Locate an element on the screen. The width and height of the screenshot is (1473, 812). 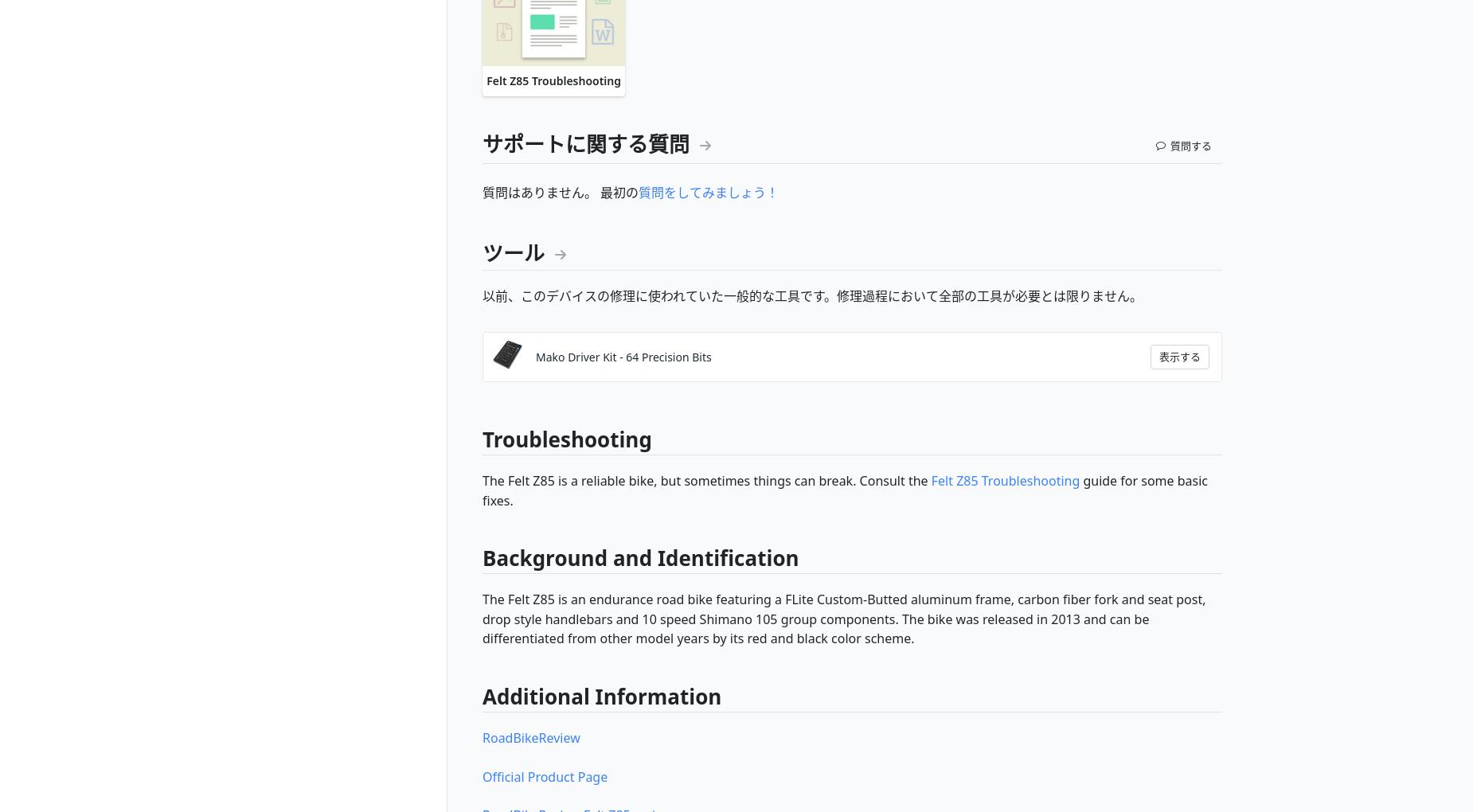
'Official Product Page' is located at coordinates (545, 775).